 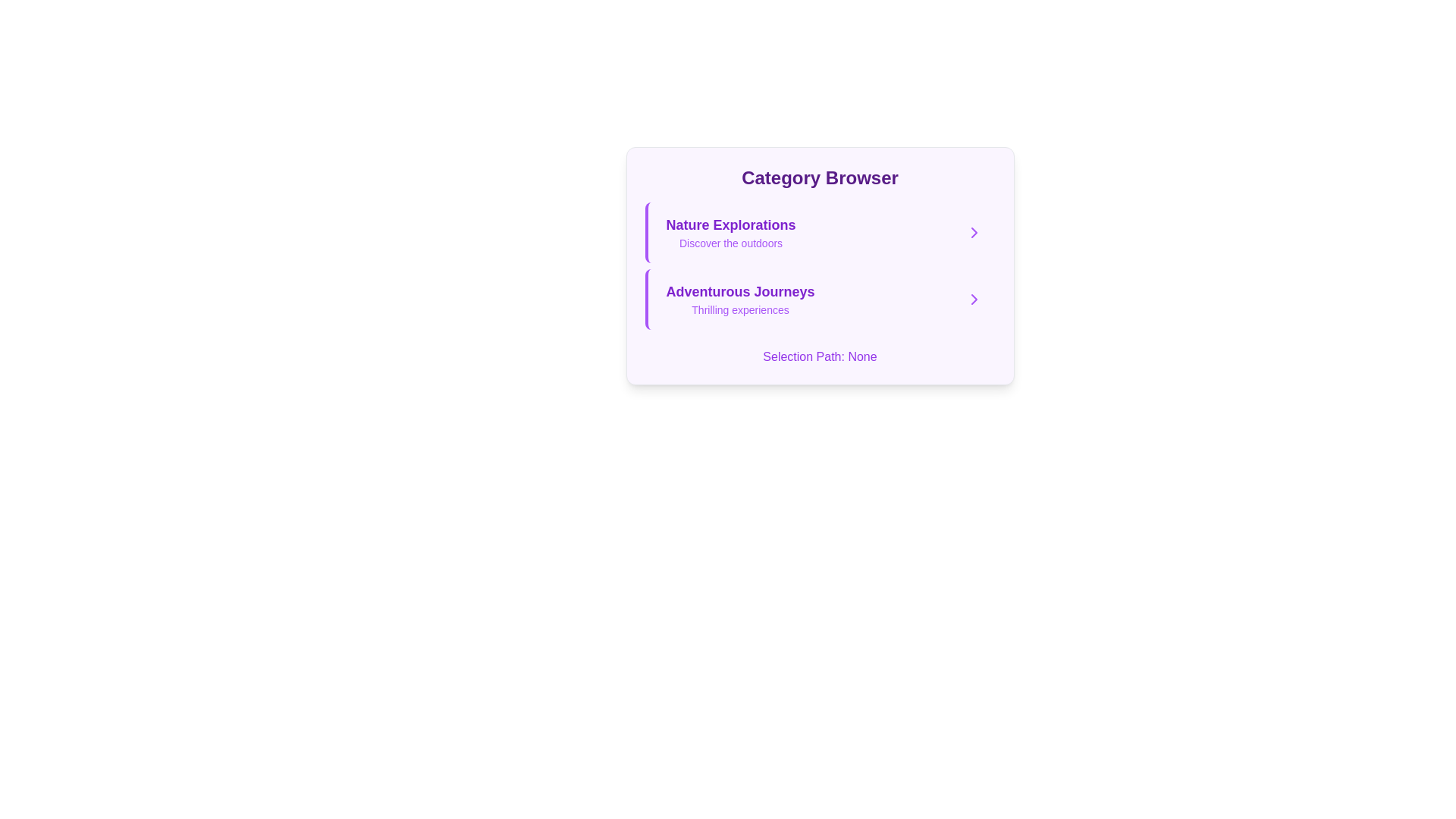 What do you see at coordinates (731, 225) in the screenshot?
I see `the 'Nature Explorations' text label, which is styled in bold purple font and is located in the first list item under the 'Category Browser' section` at bounding box center [731, 225].